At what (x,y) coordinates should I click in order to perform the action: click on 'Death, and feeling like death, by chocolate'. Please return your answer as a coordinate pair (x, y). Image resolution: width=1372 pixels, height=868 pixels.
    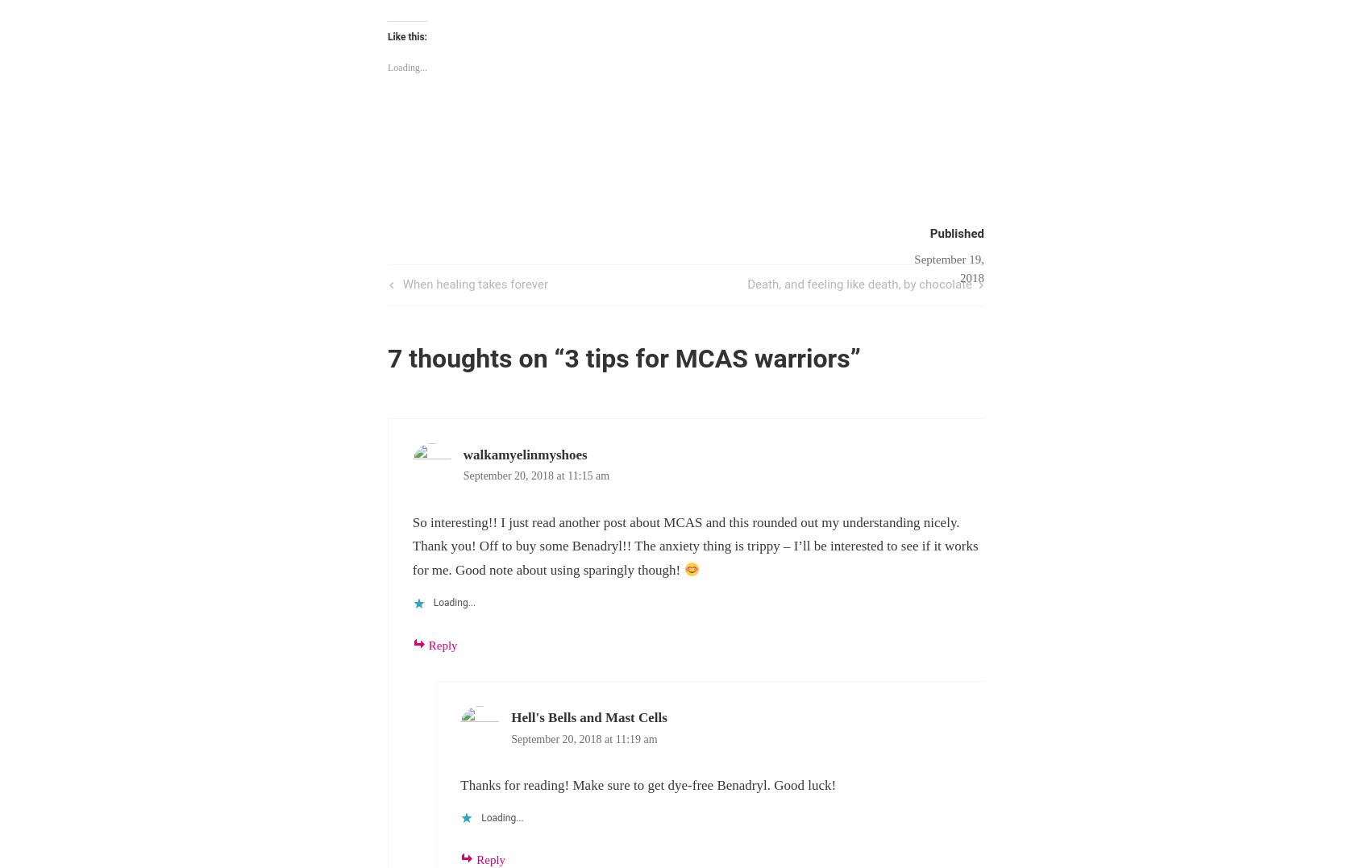
    Looking at the image, I should click on (747, 284).